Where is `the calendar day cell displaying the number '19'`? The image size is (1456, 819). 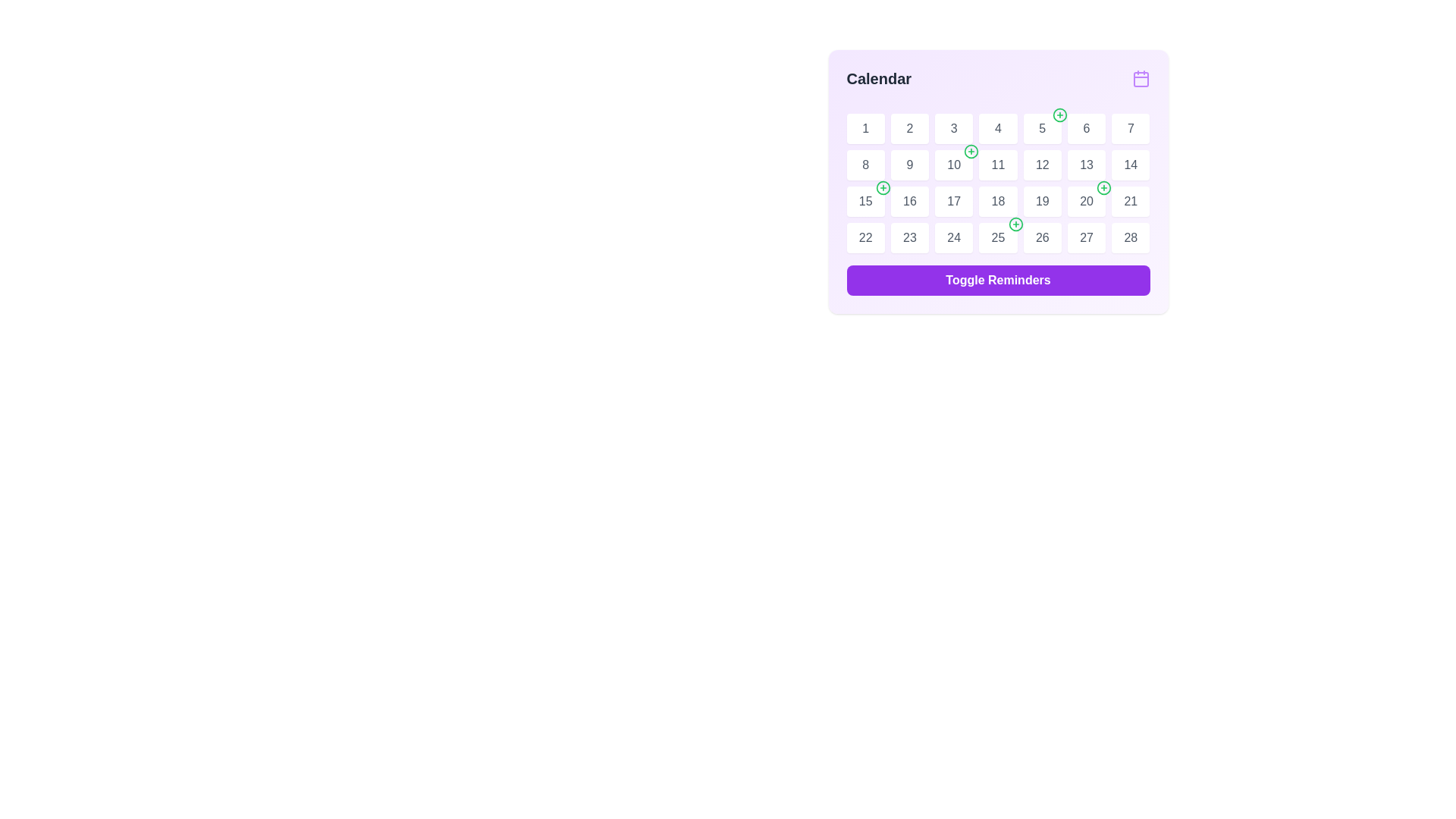
the calendar day cell displaying the number '19' is located at coordinates (1041, 201).